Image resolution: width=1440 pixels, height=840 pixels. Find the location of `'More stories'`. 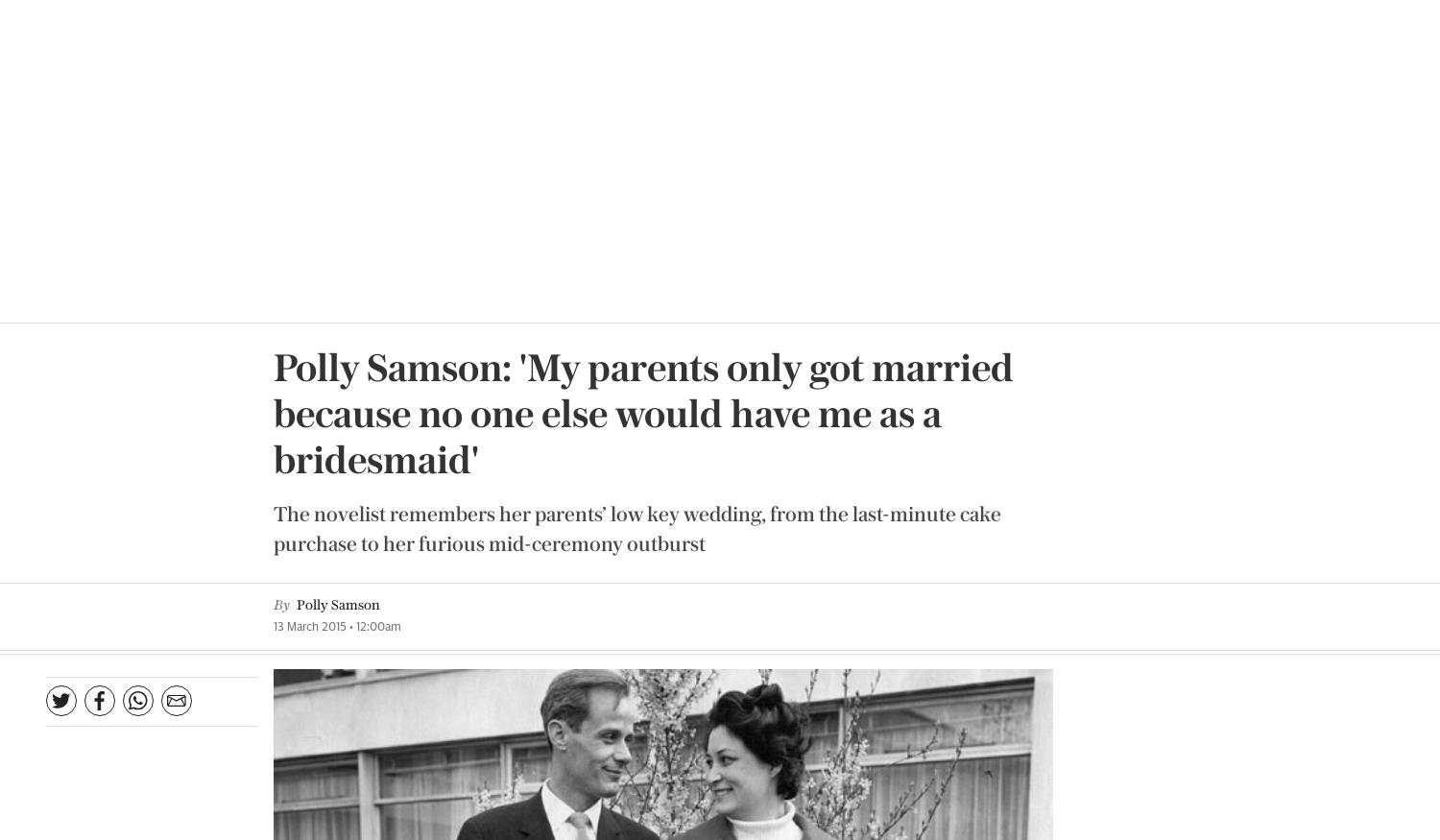

'More stories' is located at coordinates (1068, 67).